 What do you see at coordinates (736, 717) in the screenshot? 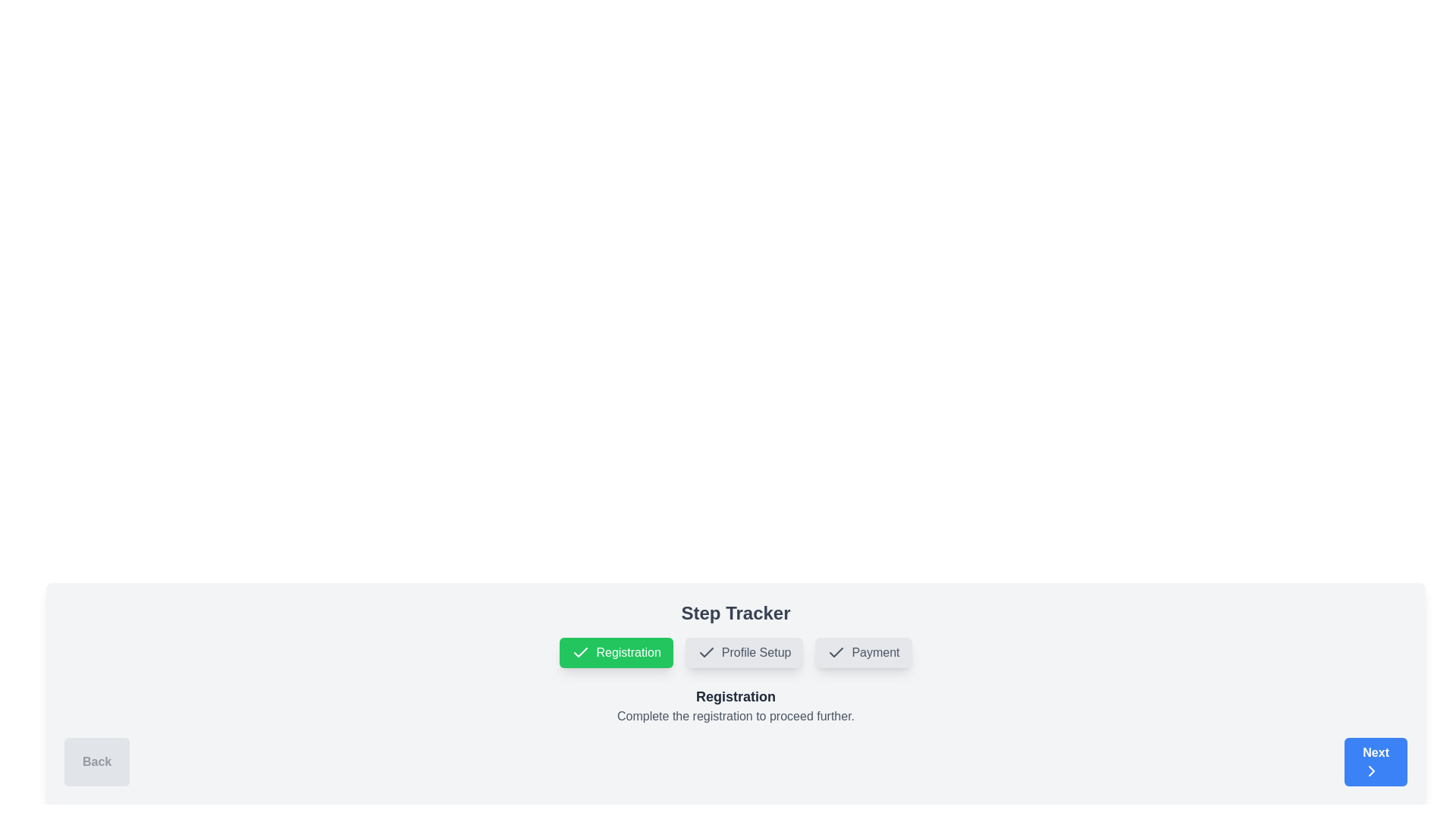
I see `informative guidance text located at the center-bottom of the interface, directly beneath the bold 'Registration' heading` at bounding box center [736, 717].